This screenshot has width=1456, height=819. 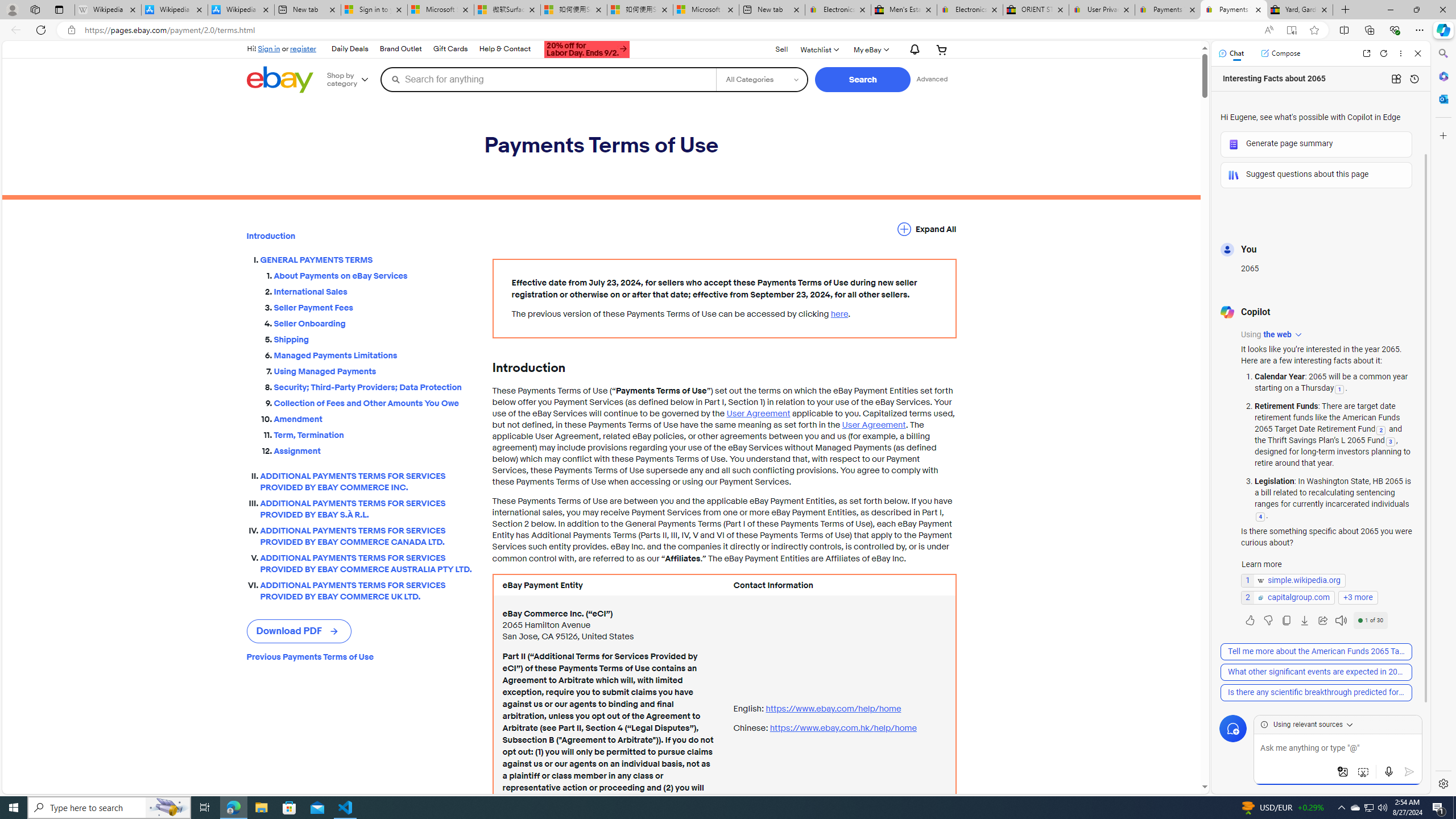 What do you see at coordinates (373, 323) in the screenshot?
I see `'Seller Onboarding'` at bounding box center [373, 323].